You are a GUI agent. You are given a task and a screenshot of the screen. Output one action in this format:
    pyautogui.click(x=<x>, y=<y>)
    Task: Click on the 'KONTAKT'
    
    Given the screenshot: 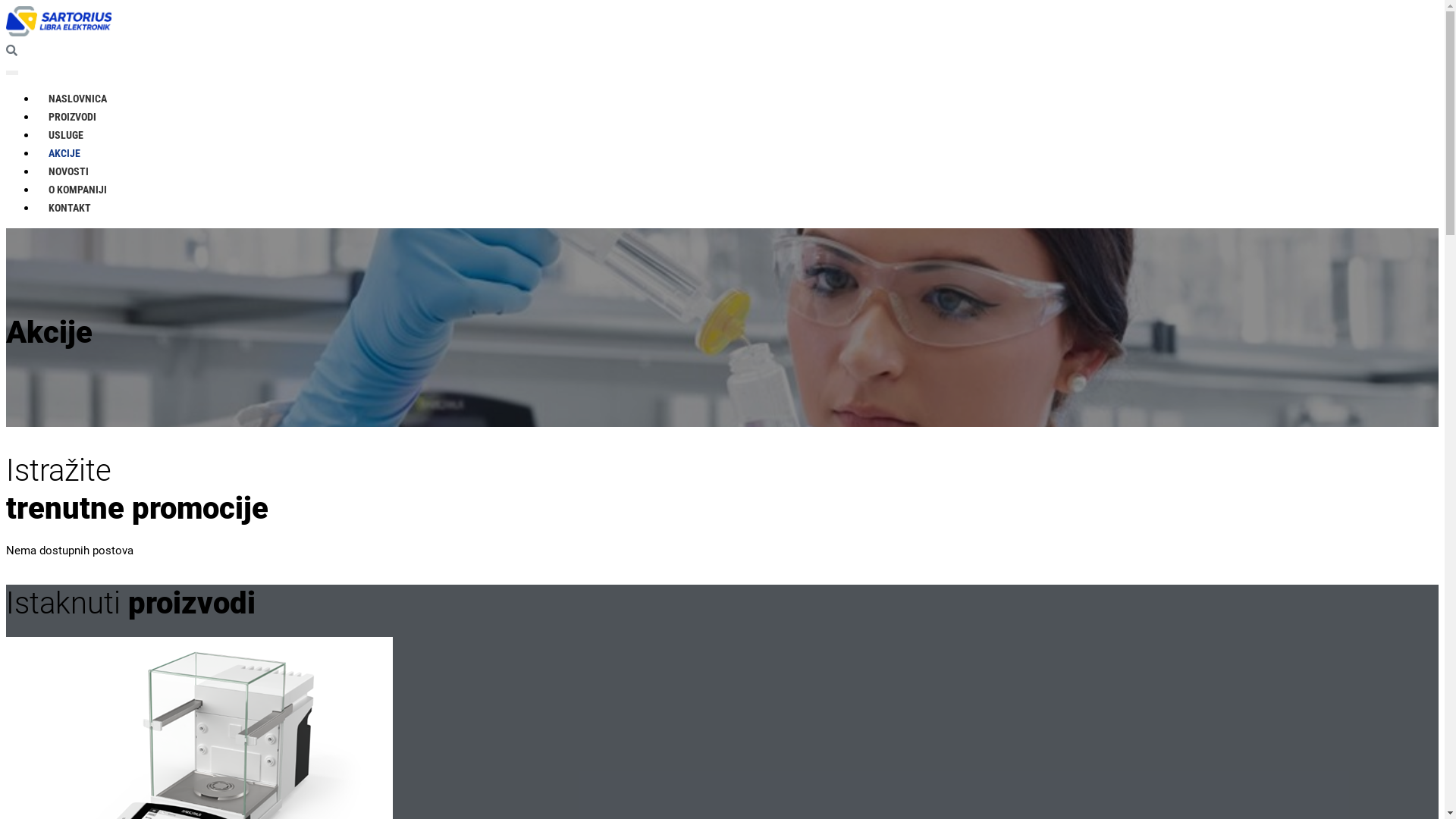 What is the action you would take?
    pyautogui.click(x=48, y=207)
    